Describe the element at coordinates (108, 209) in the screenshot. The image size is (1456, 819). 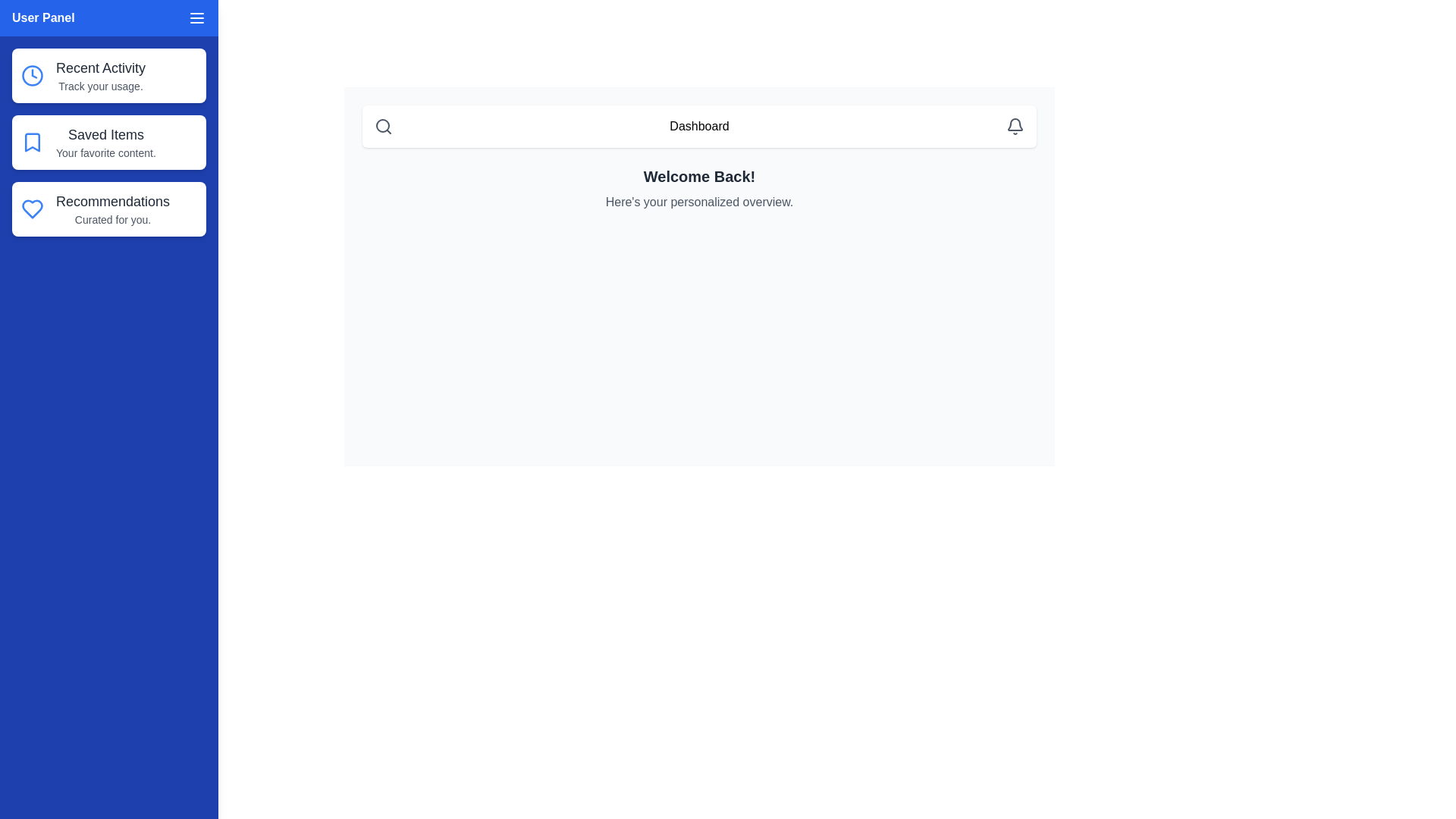
I see `the menu item Recommendations from the InteractiveUserDrawer` at that location.